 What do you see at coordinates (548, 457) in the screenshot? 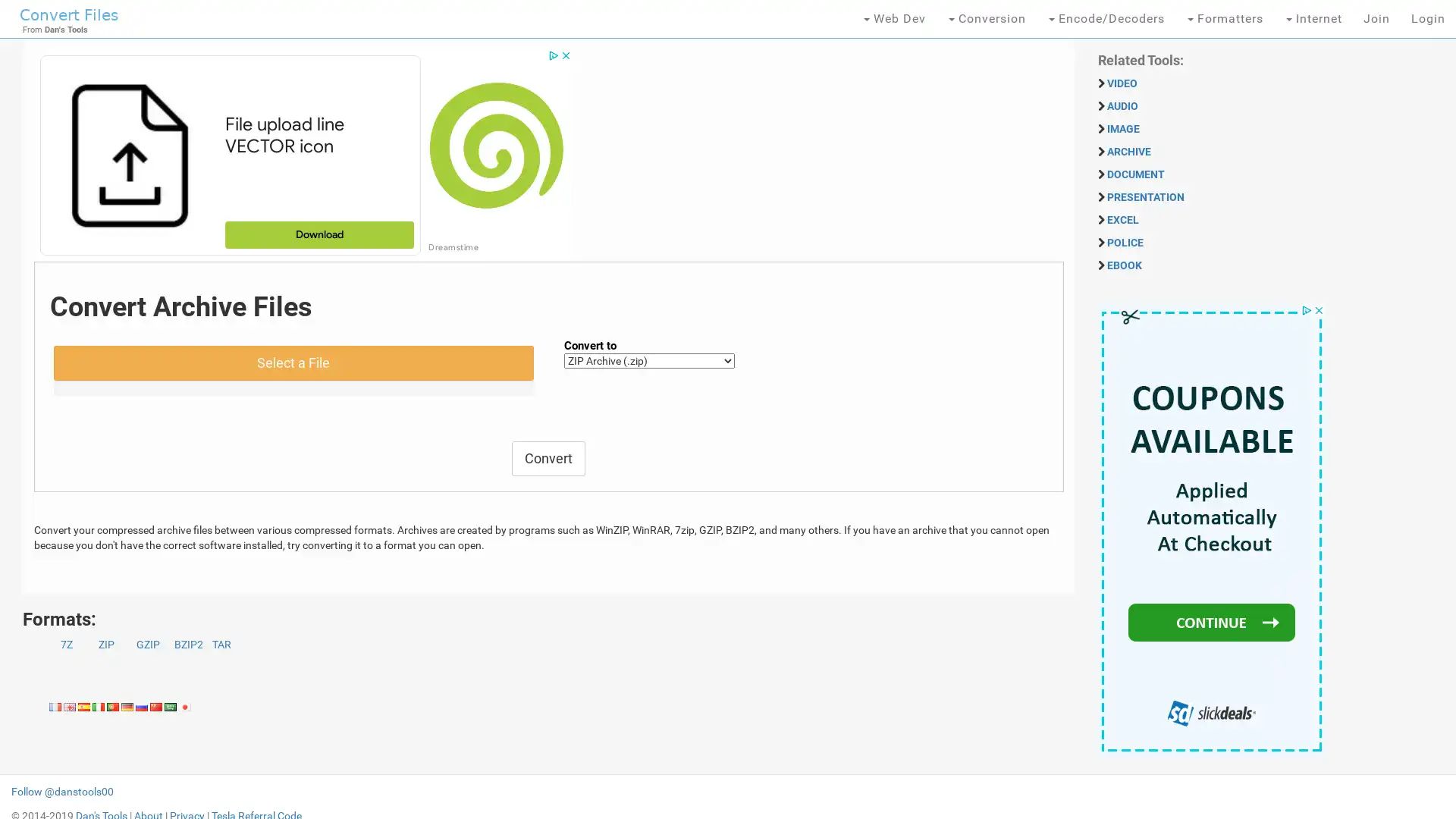
I see `Convert` at bounding box center [548, 457].